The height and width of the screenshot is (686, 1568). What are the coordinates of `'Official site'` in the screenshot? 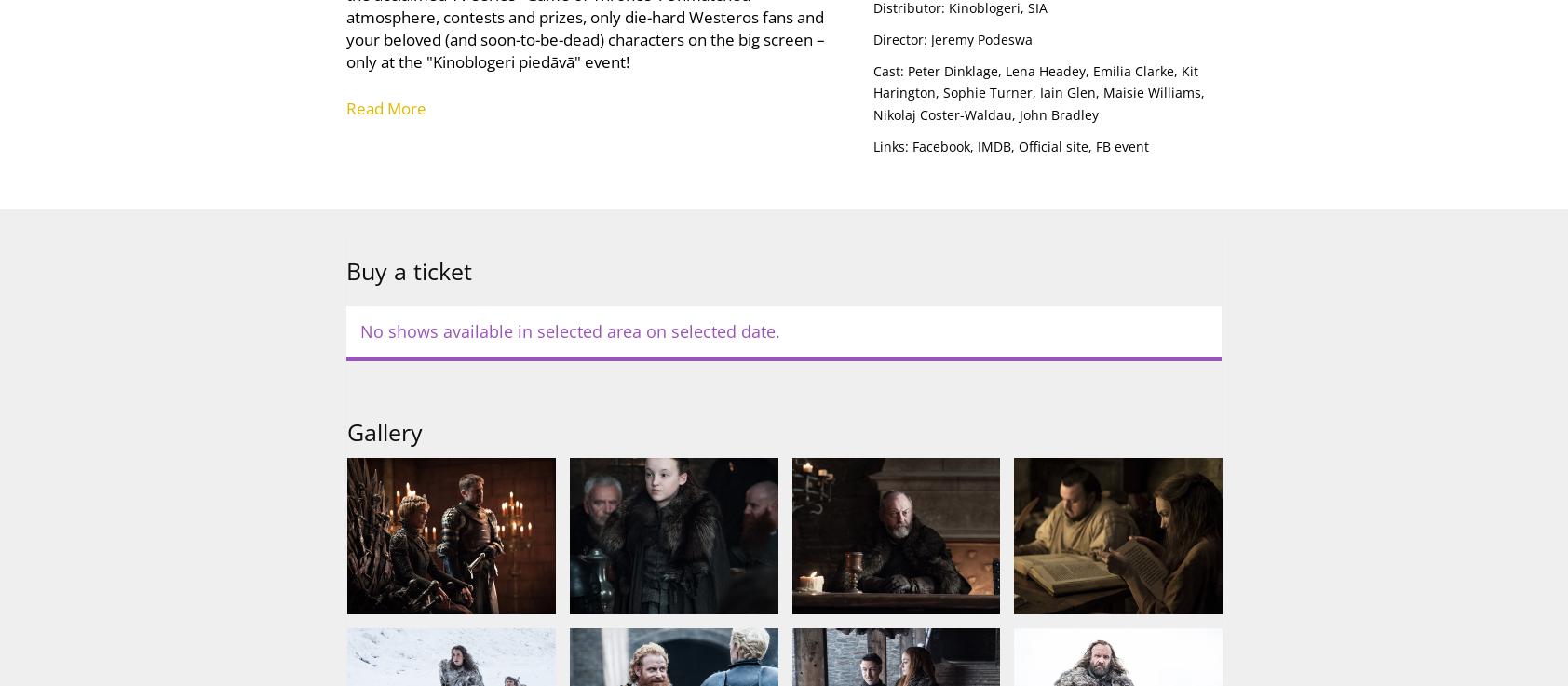 It's located at (1052, 145).